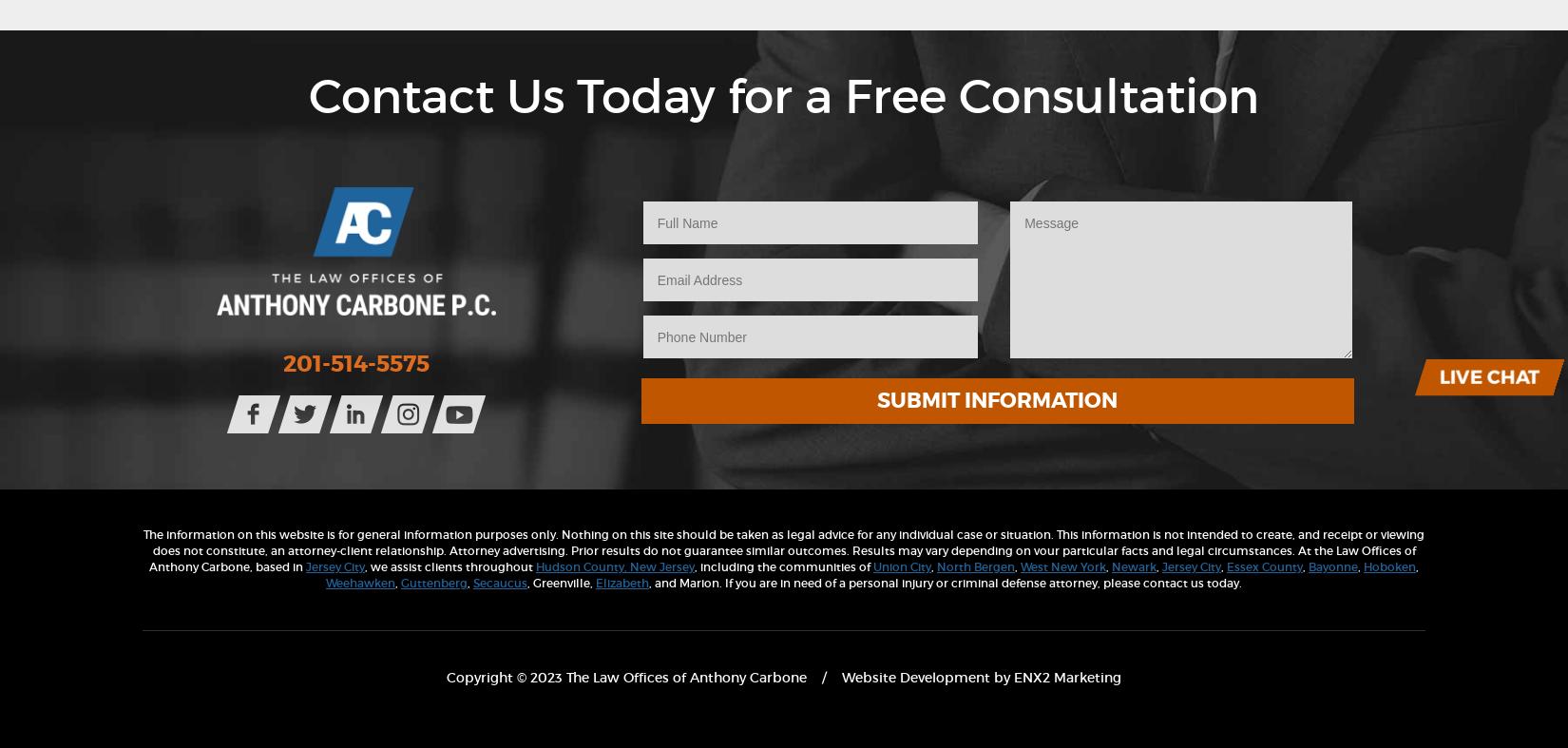 Image resolution: width=1568 pixels, height=748 pixels. Describe the element at coordinates (982, 676) in the screenshot. I see `'Website Development by ENX2 Marketing'` at that location.